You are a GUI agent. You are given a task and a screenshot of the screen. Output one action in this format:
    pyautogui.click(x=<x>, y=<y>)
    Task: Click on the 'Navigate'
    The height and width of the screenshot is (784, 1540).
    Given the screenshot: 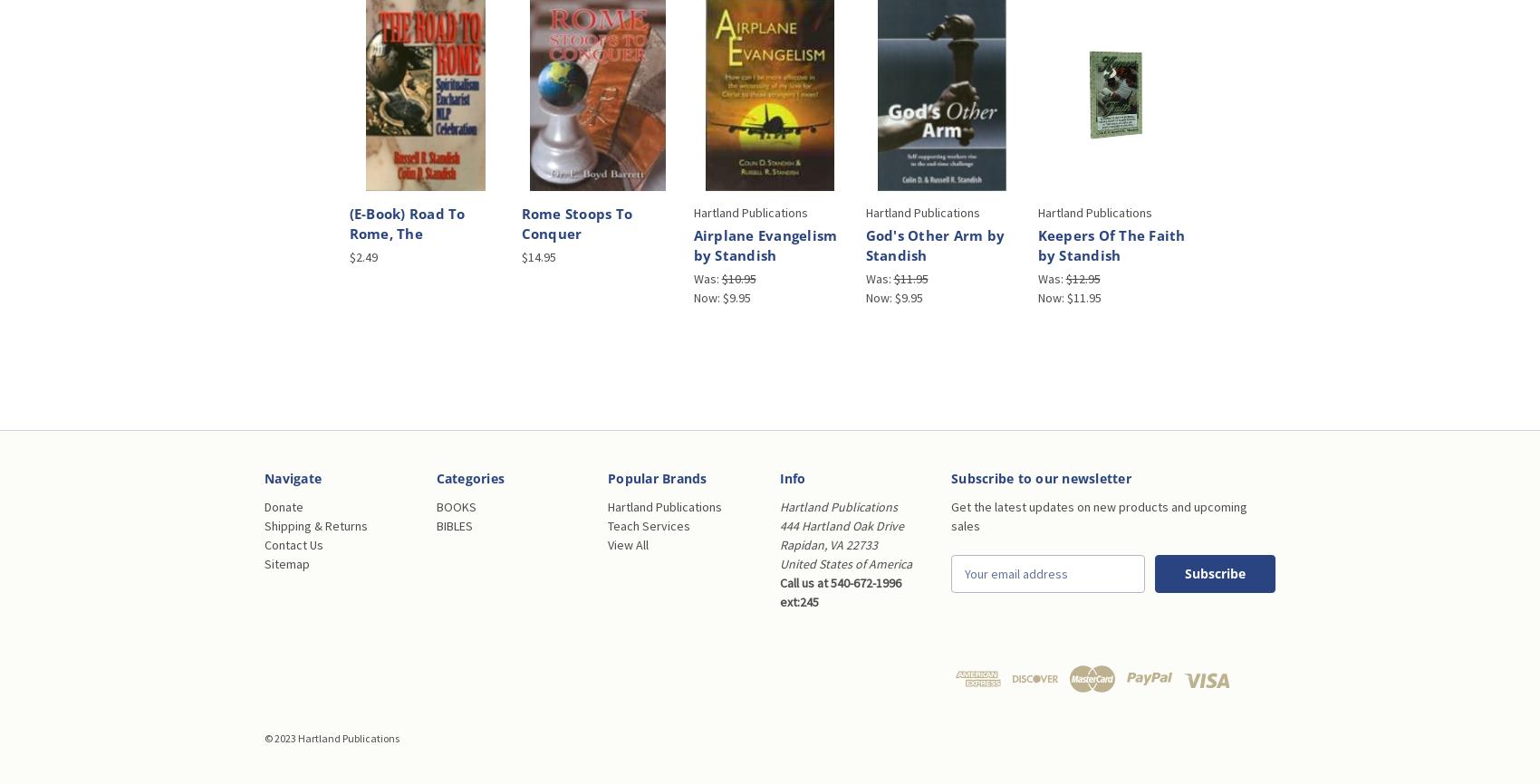 What is the action you would take?
    pyautogui.click(x=292, y=477)
    